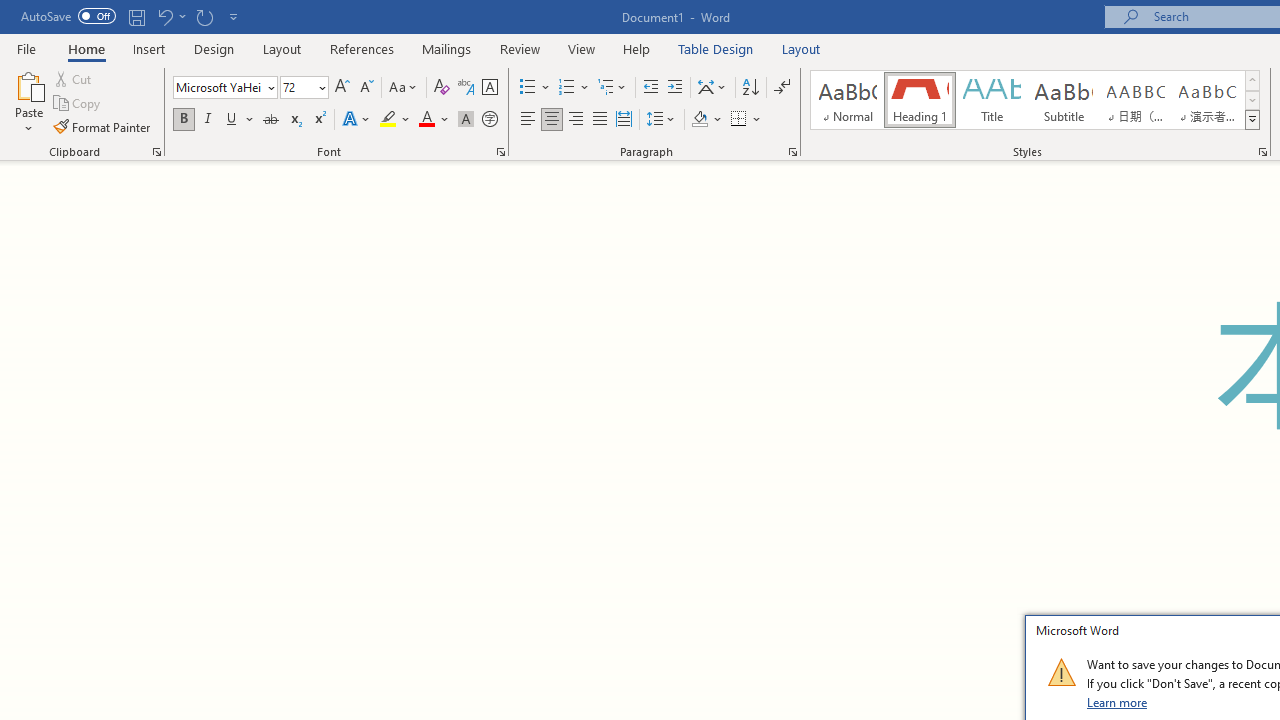 The height and width of the screenshot is (720, 1280). I want to click on 'Undo Grow Font', so click(164, 16).